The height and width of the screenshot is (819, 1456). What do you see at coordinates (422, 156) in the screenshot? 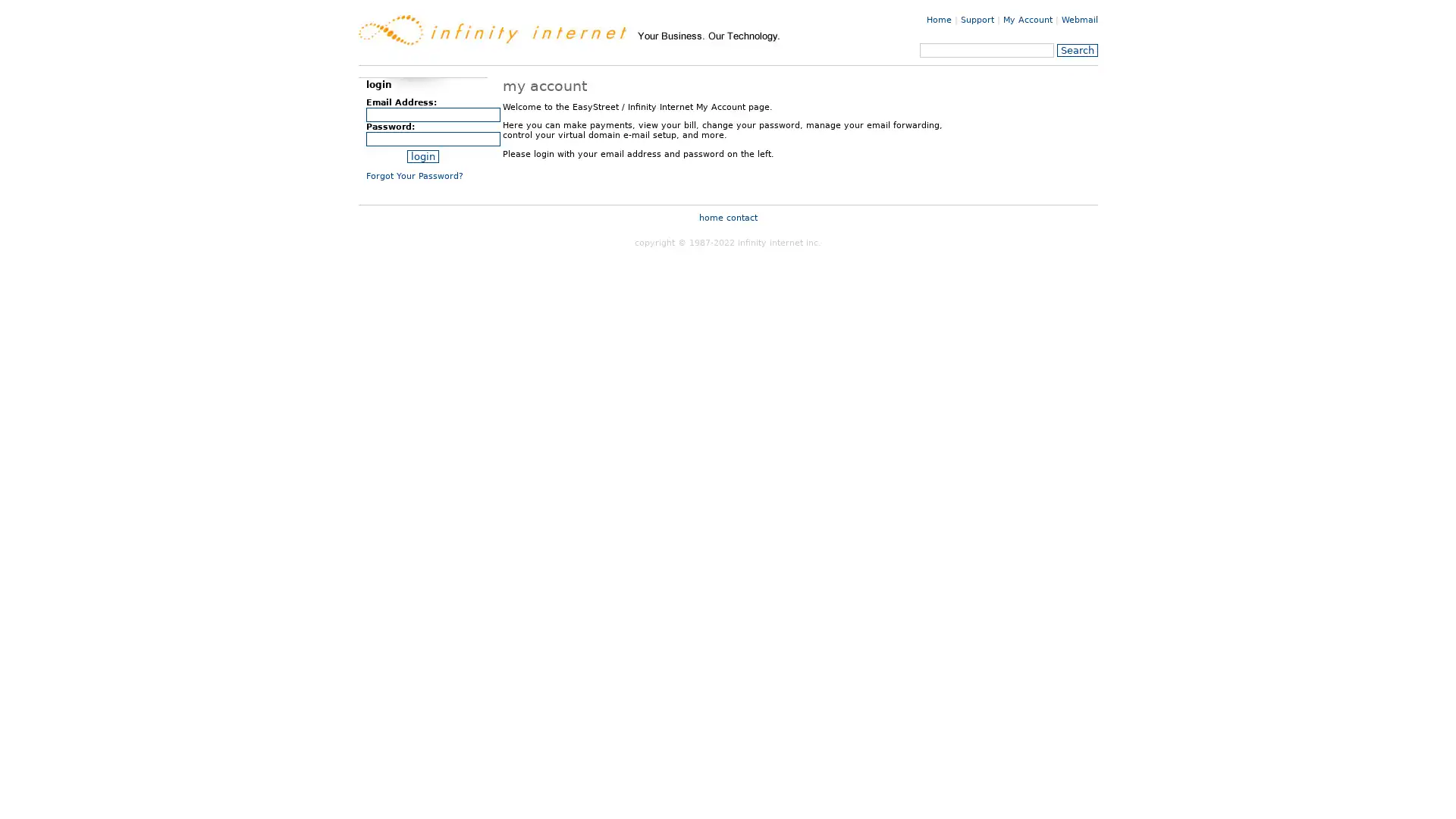
I see `login` at bounding box center [422, 156].